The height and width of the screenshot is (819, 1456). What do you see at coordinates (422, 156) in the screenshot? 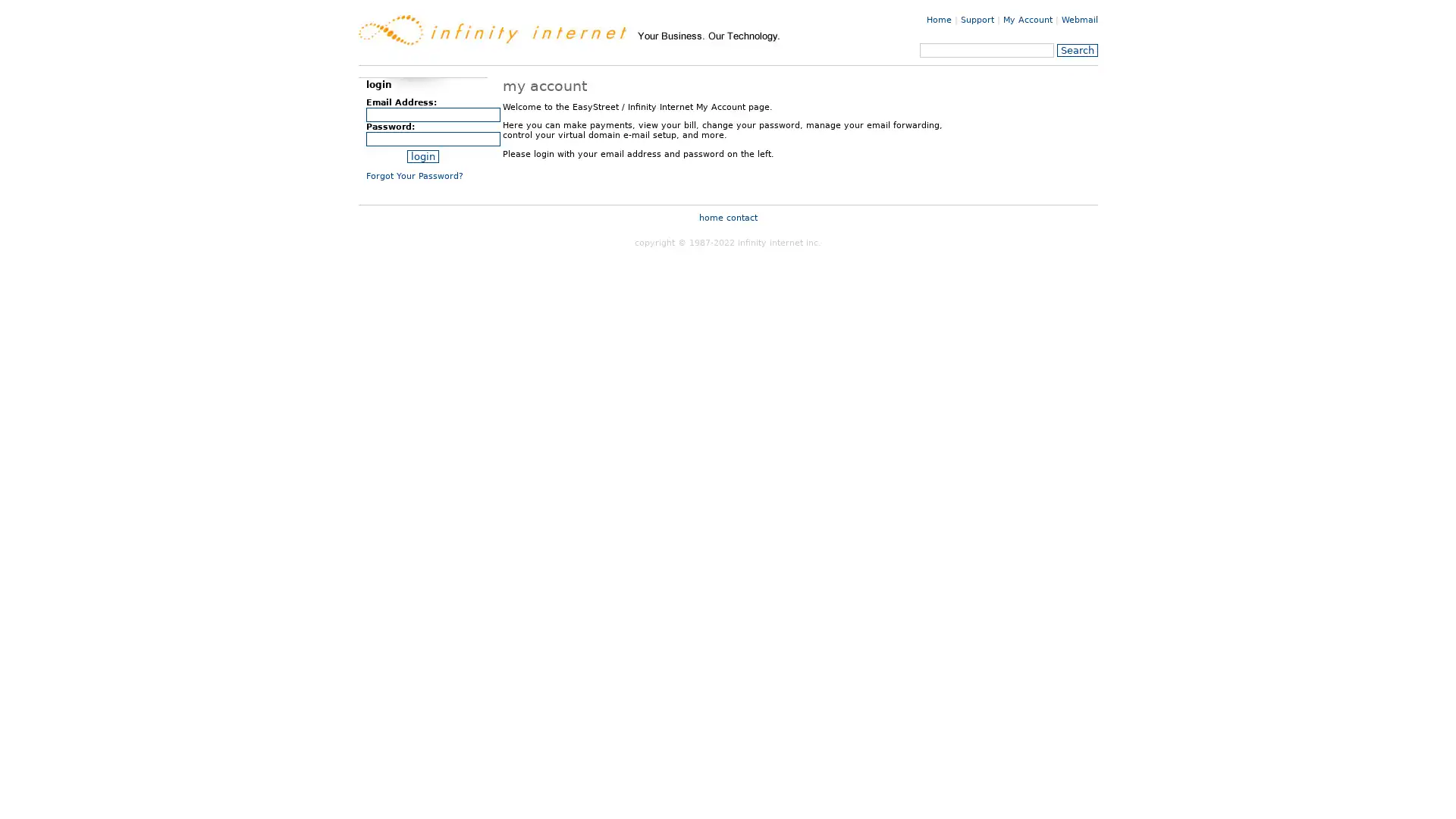
I see `login` at bounding box center [422, 156].